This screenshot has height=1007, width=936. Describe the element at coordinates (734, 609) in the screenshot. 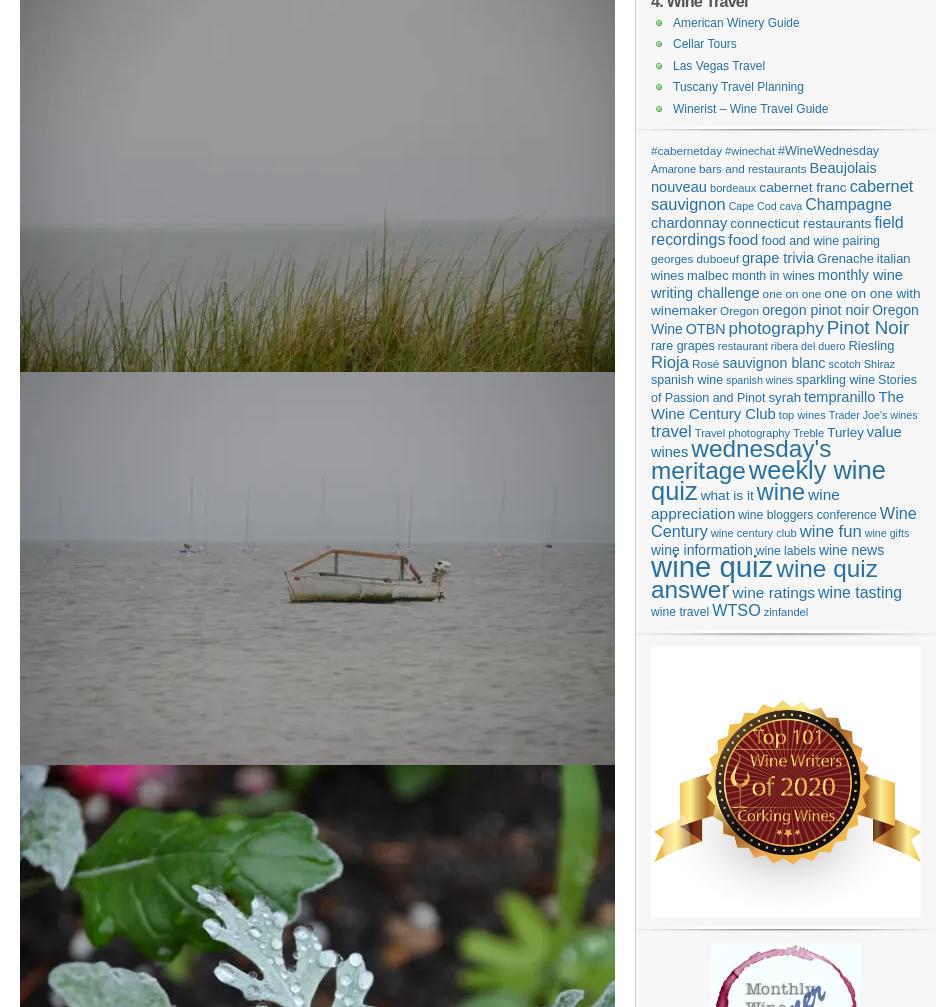

I see `'WTSO'` at that location.